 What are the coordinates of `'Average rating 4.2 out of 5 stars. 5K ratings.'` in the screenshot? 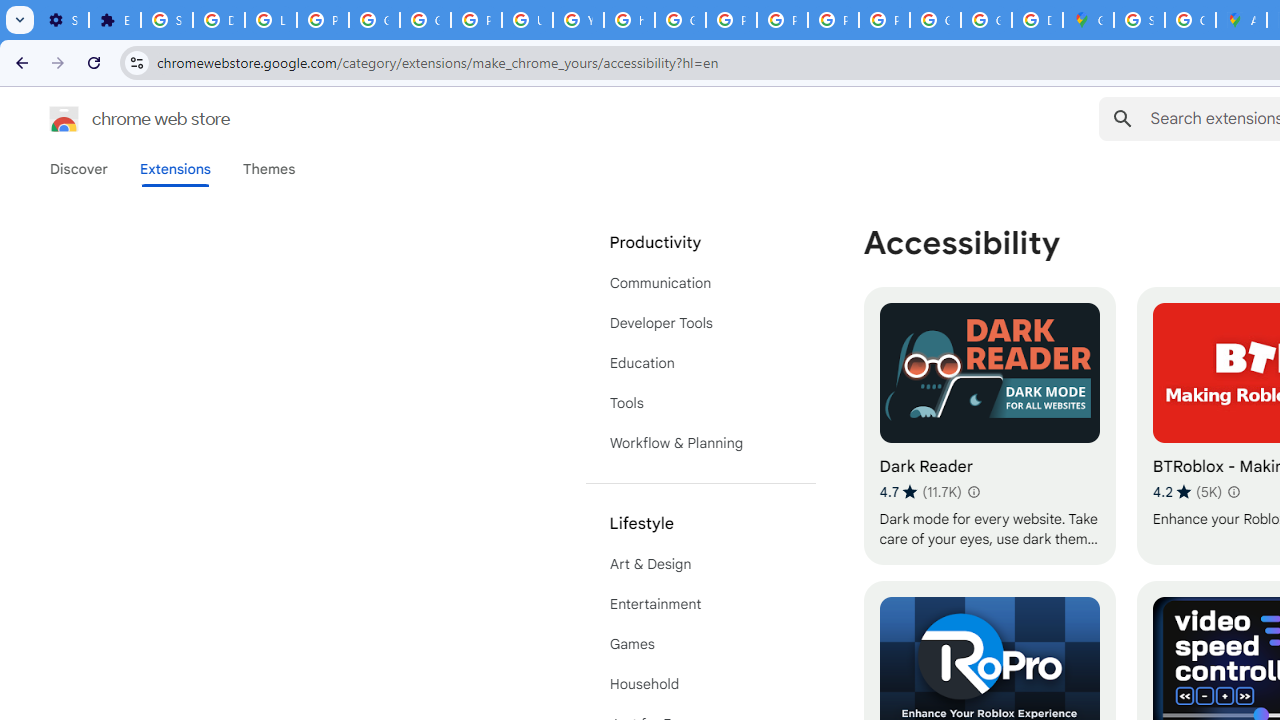 It's located at (1187, 491).